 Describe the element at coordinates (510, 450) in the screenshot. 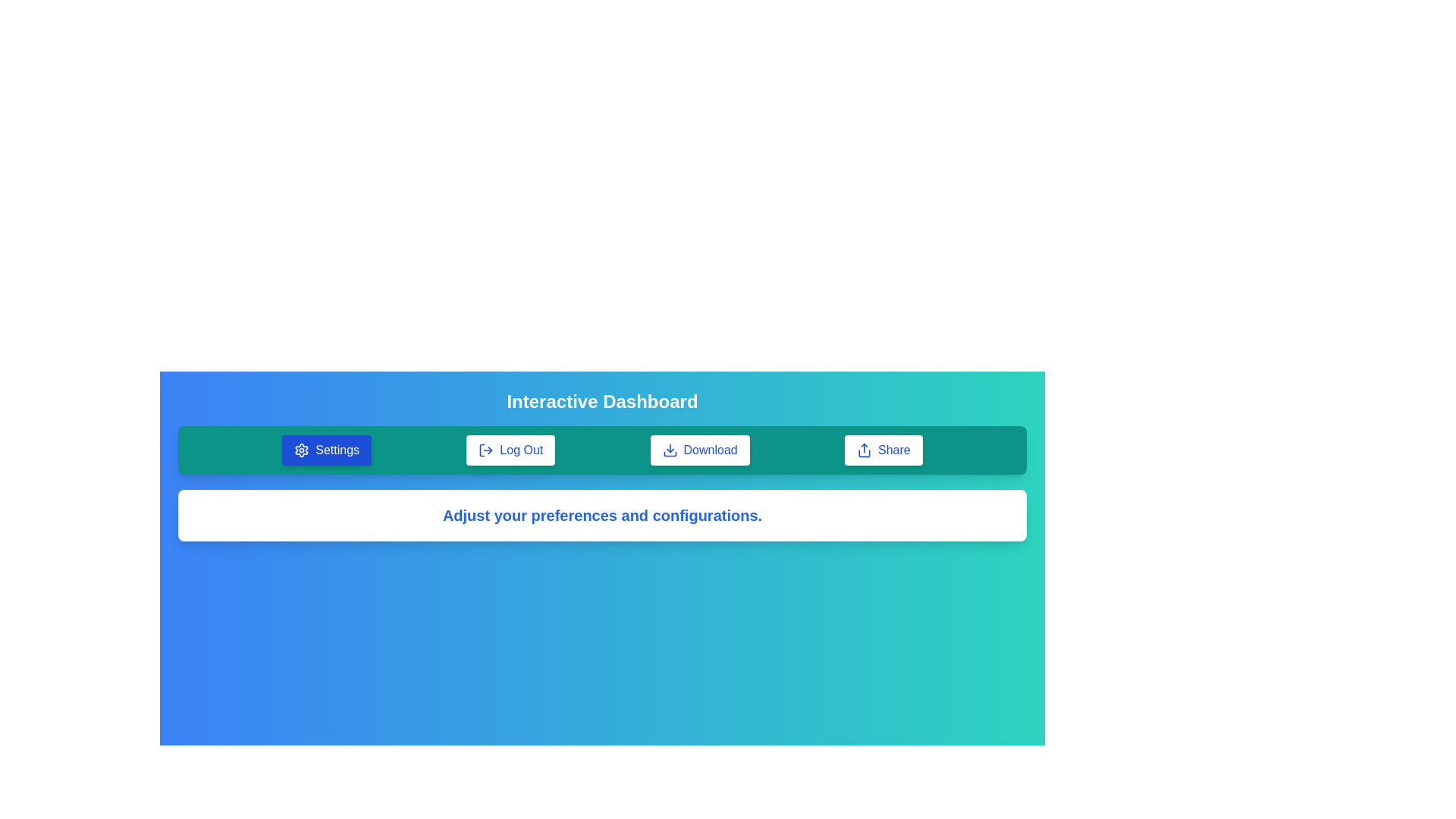

I see `the Log Out button to trigger its functionality` at that location.